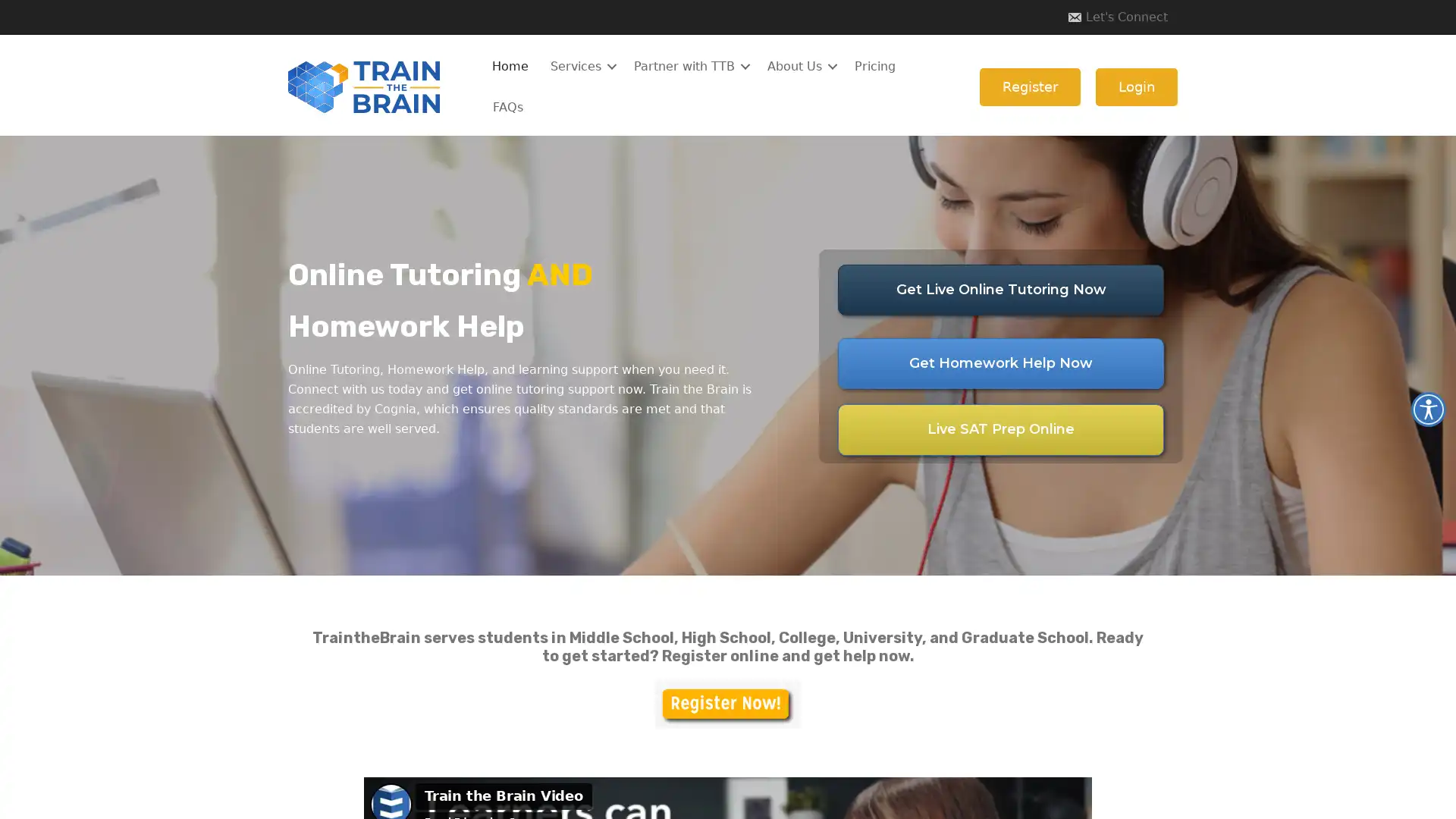  What do you see at coordinates (1427, 409) in the screenshot?
I see `Accessibility Menu` at bounding box center [1427, 409].